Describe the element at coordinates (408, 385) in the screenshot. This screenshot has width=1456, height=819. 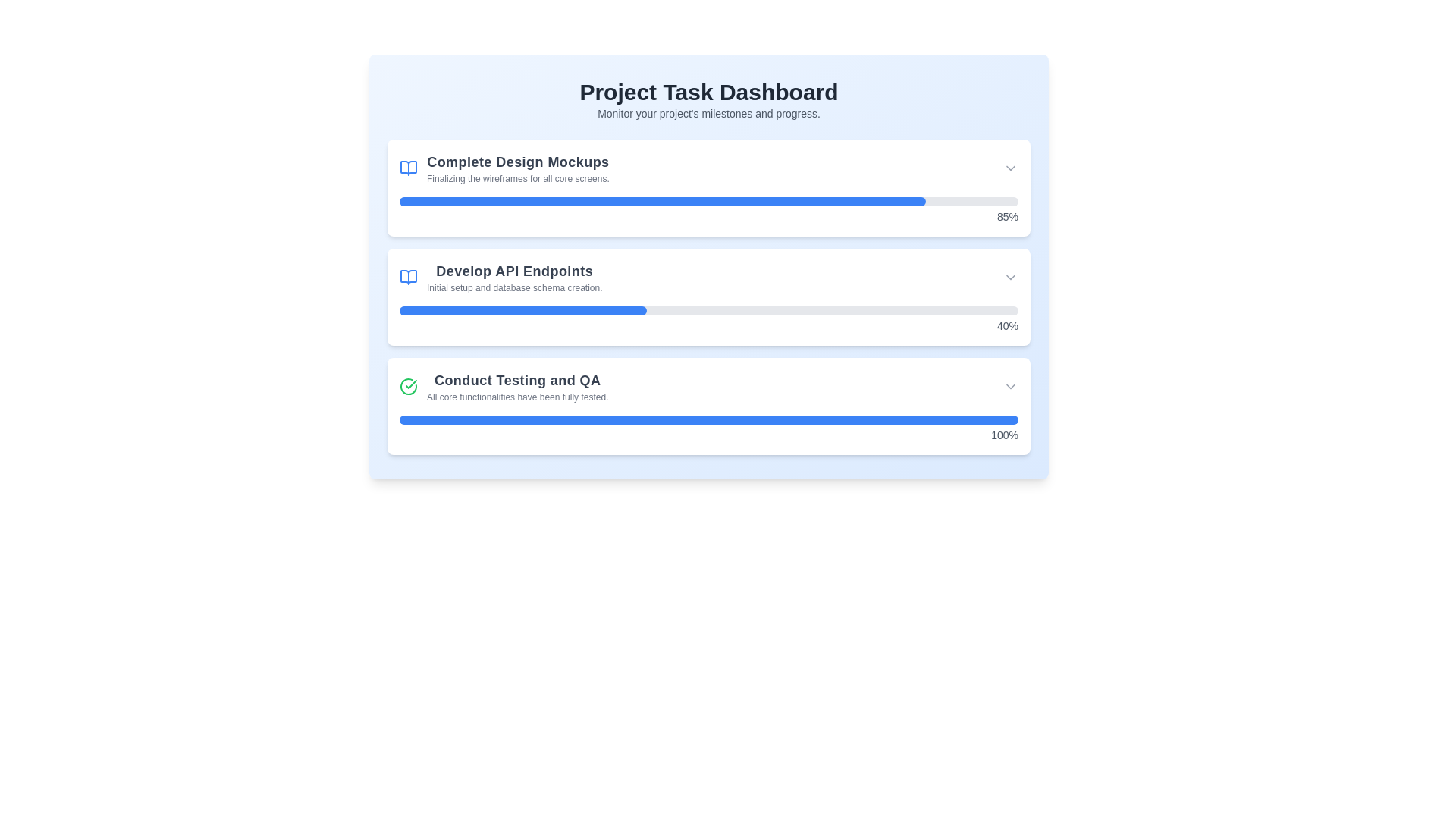
I see `the status icon indicating the completion of the 'Conduct Testing and QA' task, positioned to the left of the task text and progress bar in the third item of the task list` at that location.